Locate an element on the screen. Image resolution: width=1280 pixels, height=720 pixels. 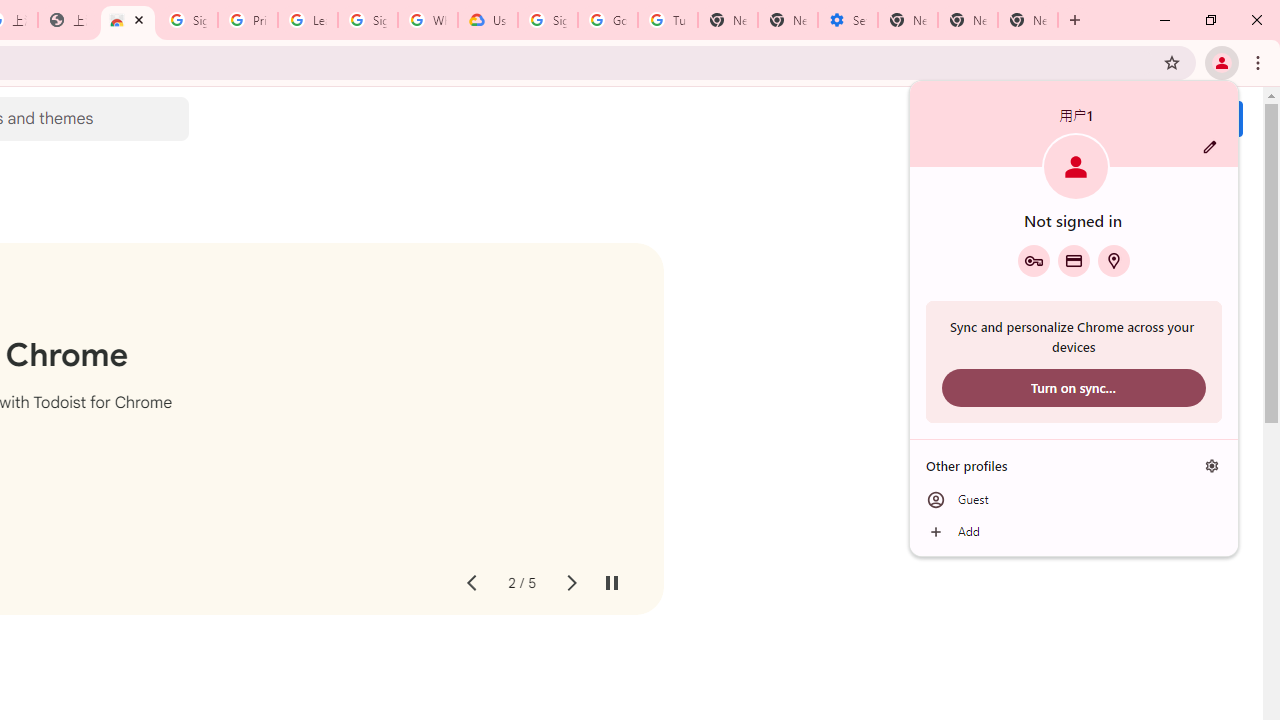
'Pause auto-play' is located at coordinates (610, 583).